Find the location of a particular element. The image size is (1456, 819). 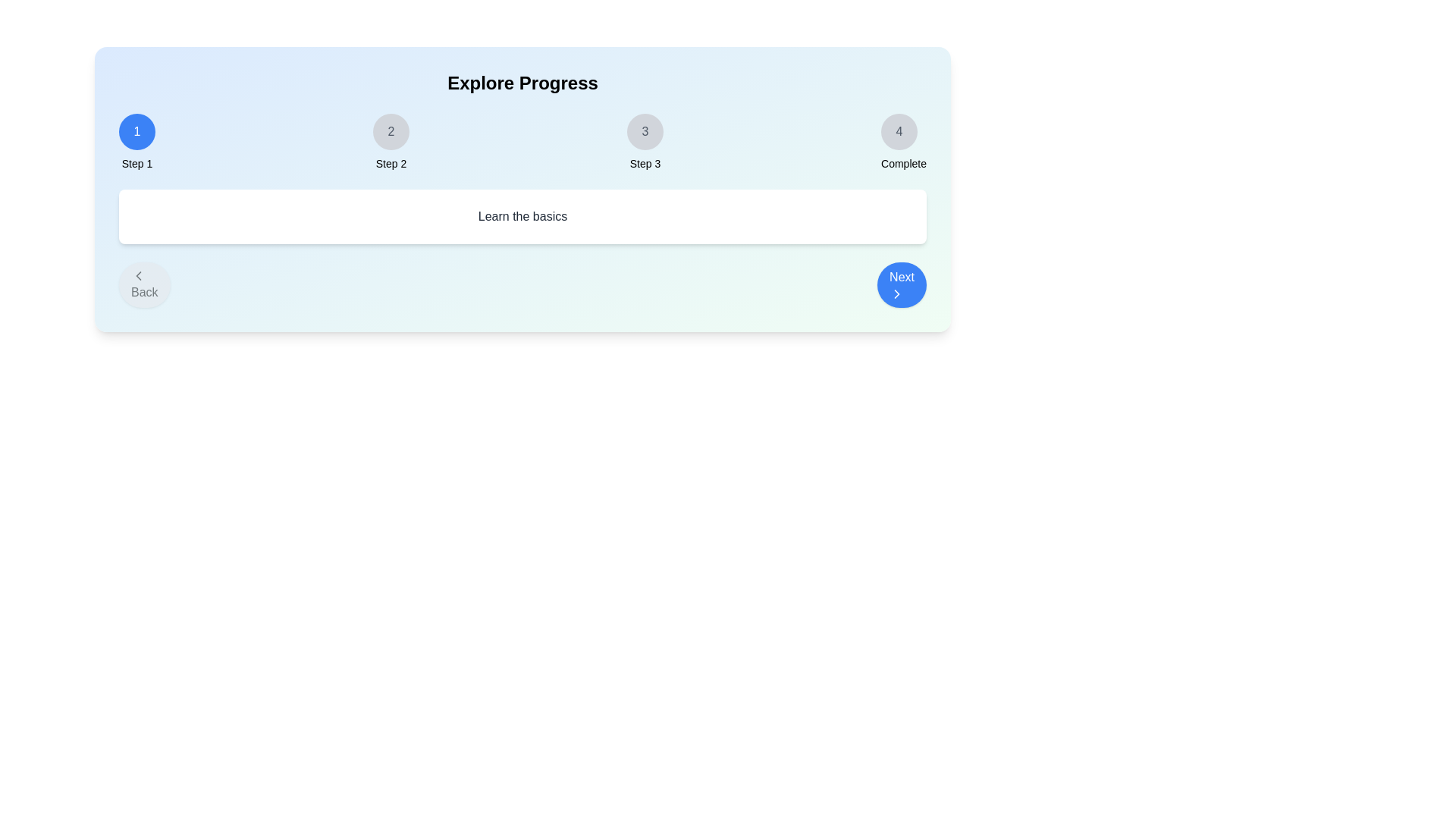

the step indicator for Complete to navigate to that step is located at coordinates (899, 130).